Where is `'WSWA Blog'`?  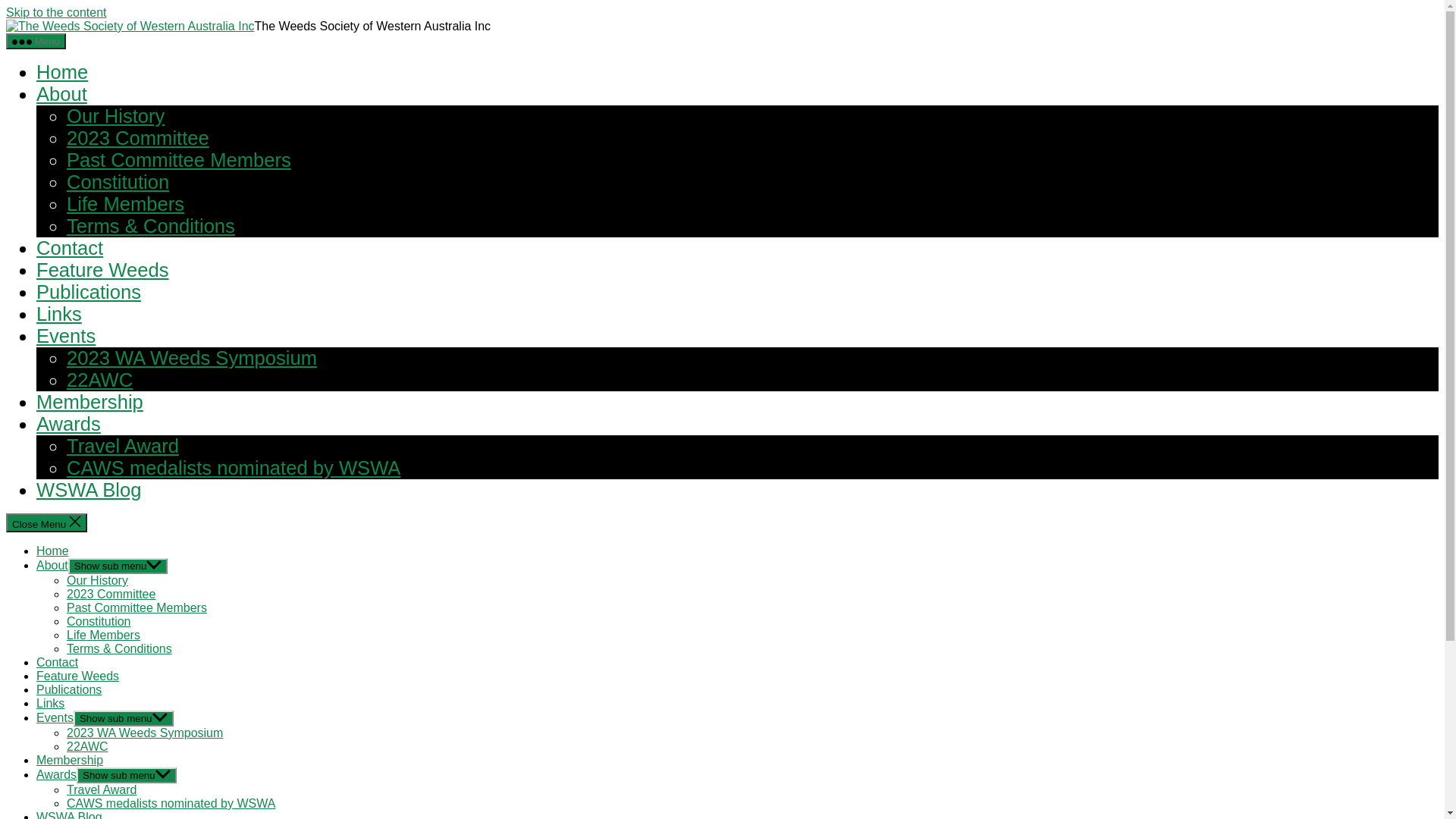
'WSWA Blog' is located at coordinates (87, 489).